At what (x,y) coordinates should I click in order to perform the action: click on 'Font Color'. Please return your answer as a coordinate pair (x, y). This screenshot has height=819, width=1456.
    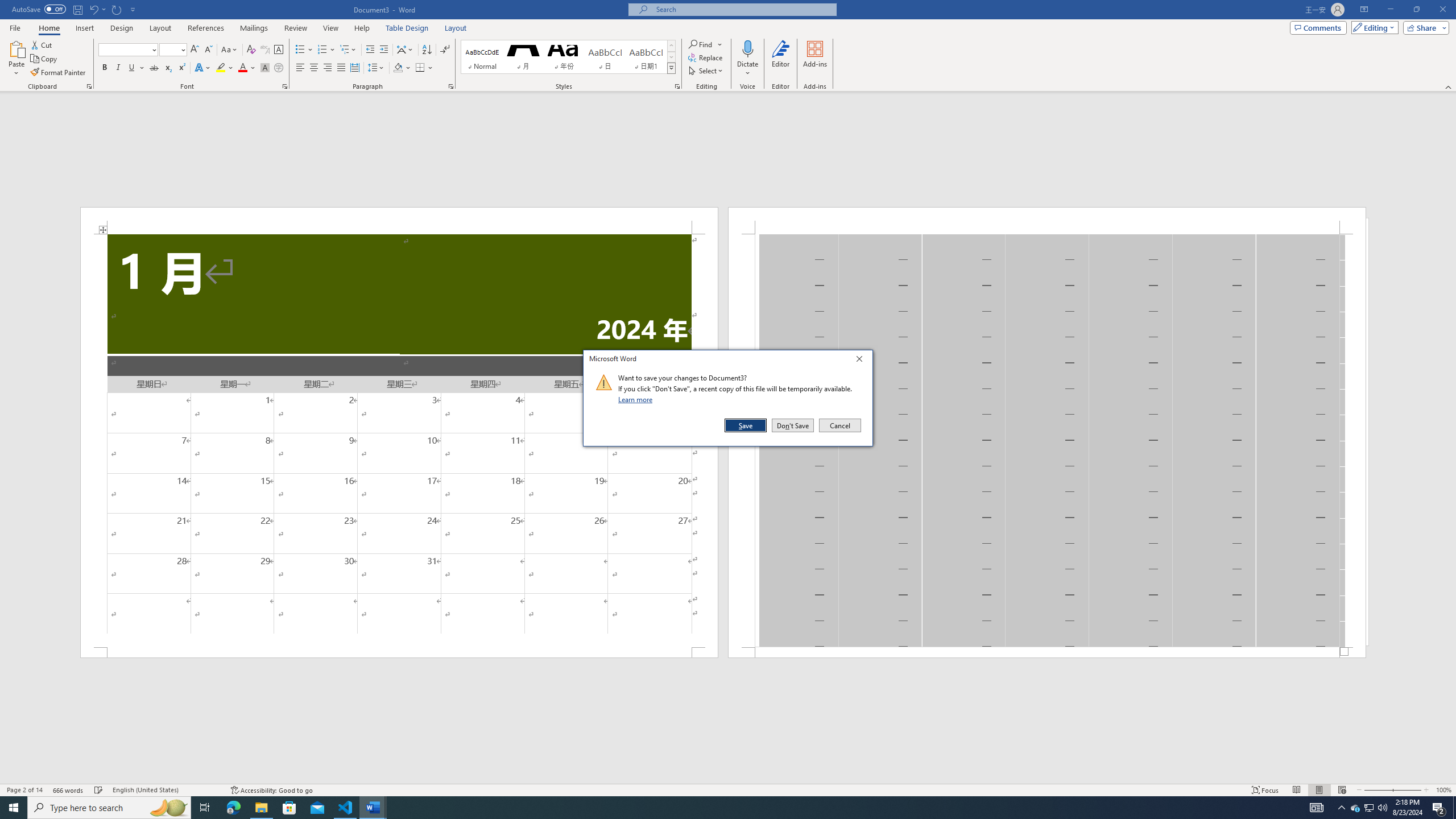
    Looking at the image, I should click on (246, 67).